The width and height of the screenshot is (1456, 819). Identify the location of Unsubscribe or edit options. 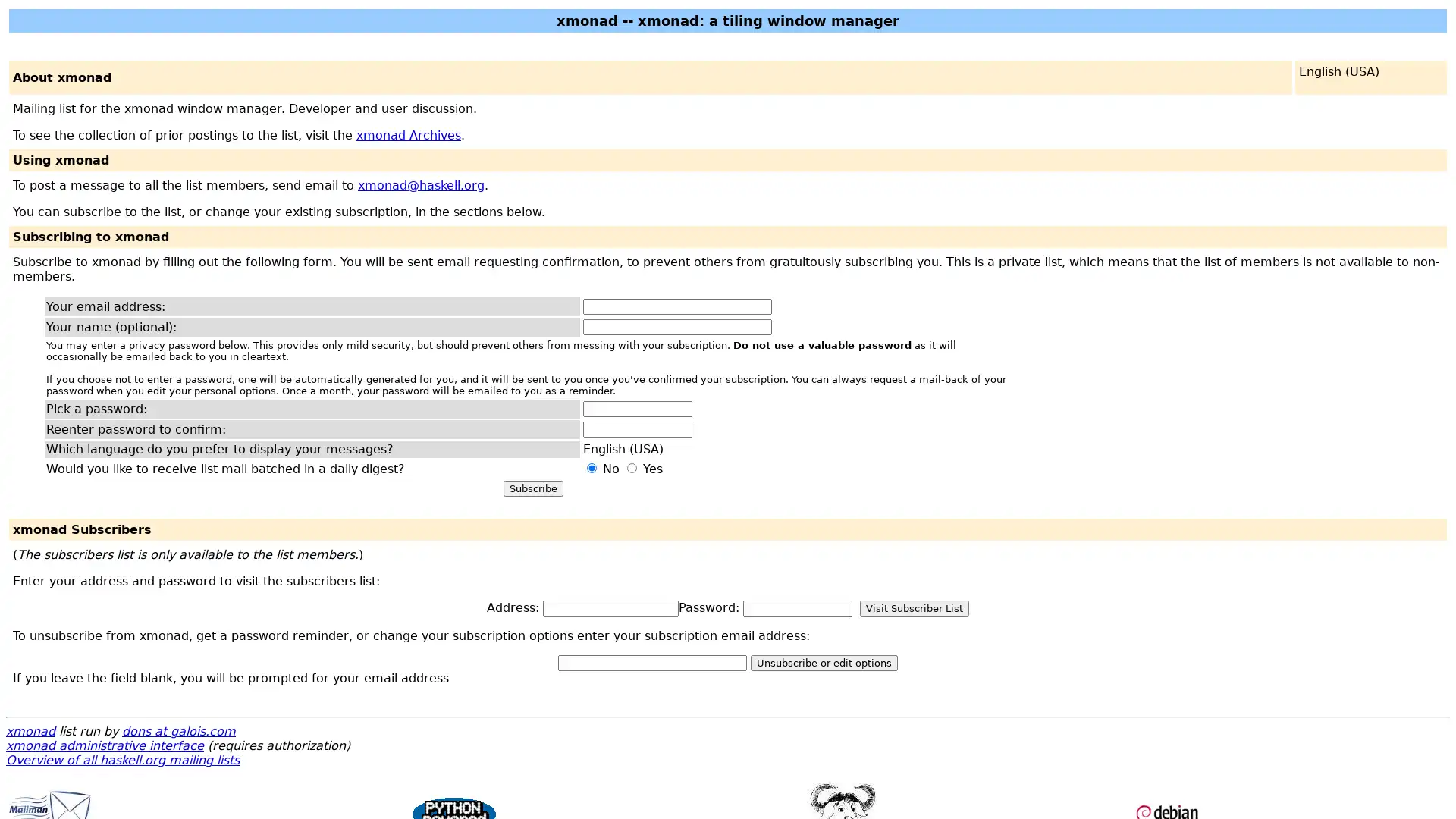
(823, 662).